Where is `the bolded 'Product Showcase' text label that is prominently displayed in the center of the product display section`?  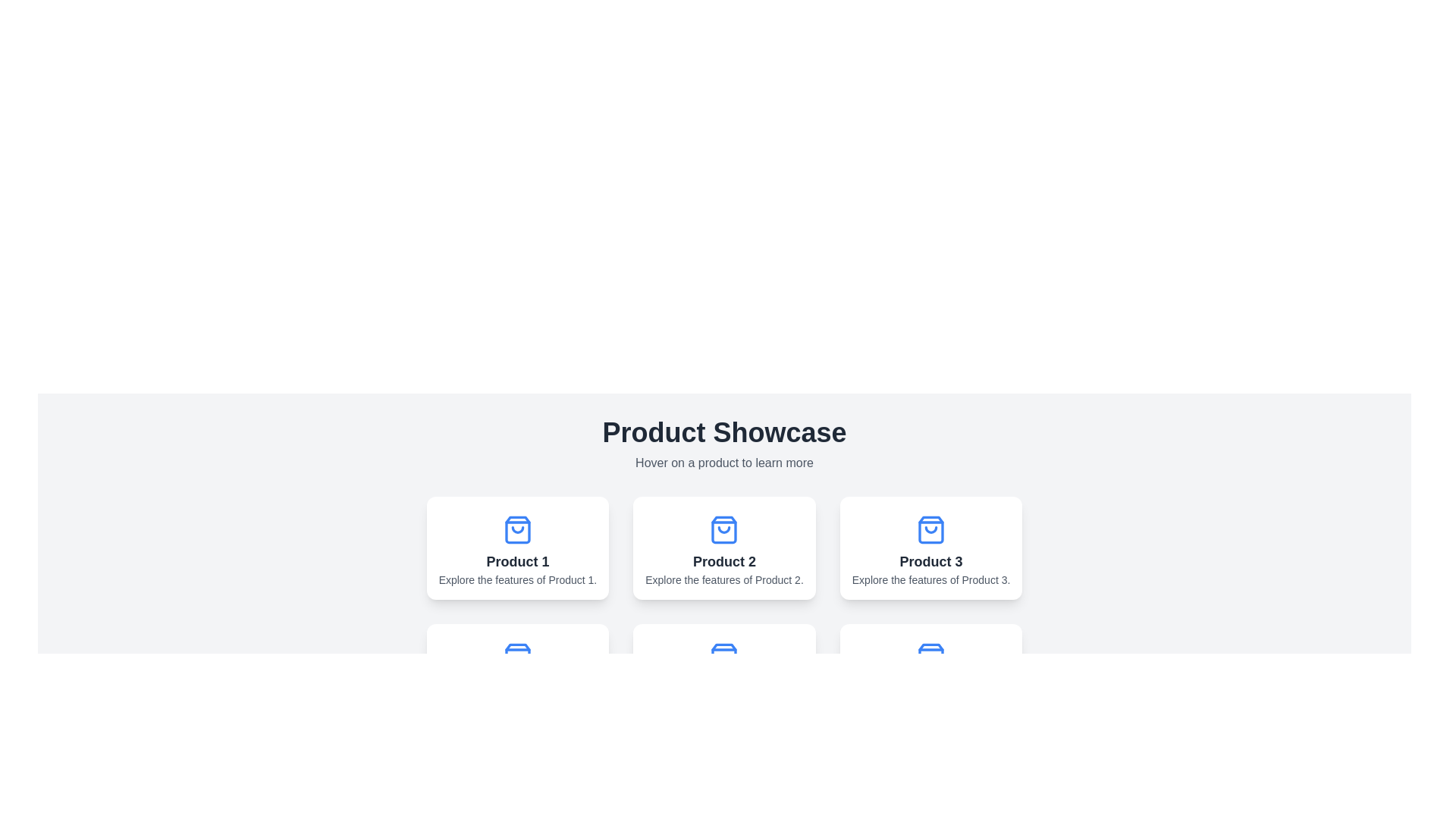
the bolded 'Product Showcase' text label that is prominently displayed in the center of the product display section is located at coordinates (723, 432).